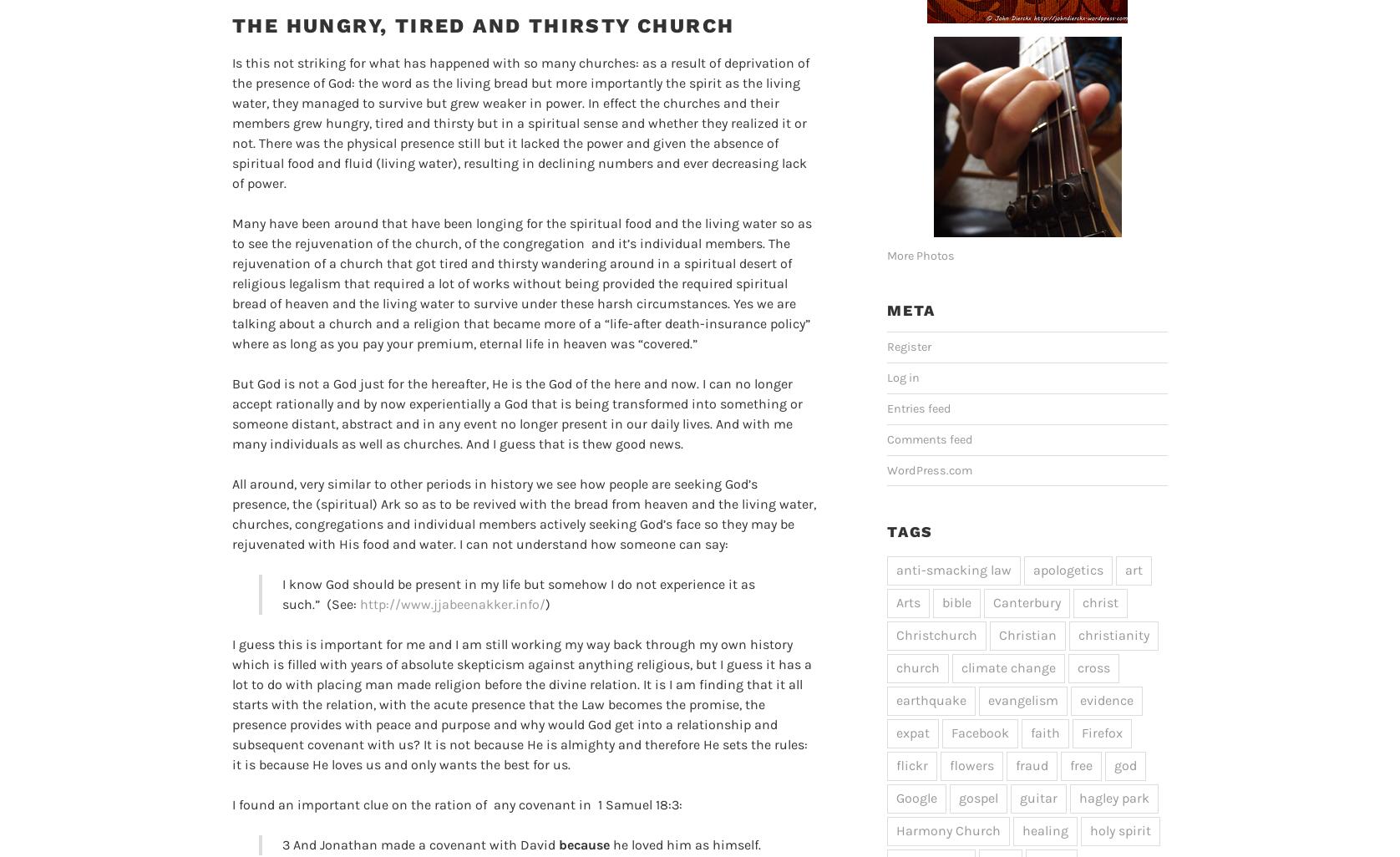 The height and width of the screenshot is (857, 1400). I want to click on 'All around, very similar to other periods in history we see how people are seeking God’s presence, the (spiritual) Ark so as to be revived with the bread from heaven and the living water, churches, congregations and individual members actively seeking God’s face so they may be rejuvenated with His food and water. I can not understand how someone can say:', so click(231, 512).